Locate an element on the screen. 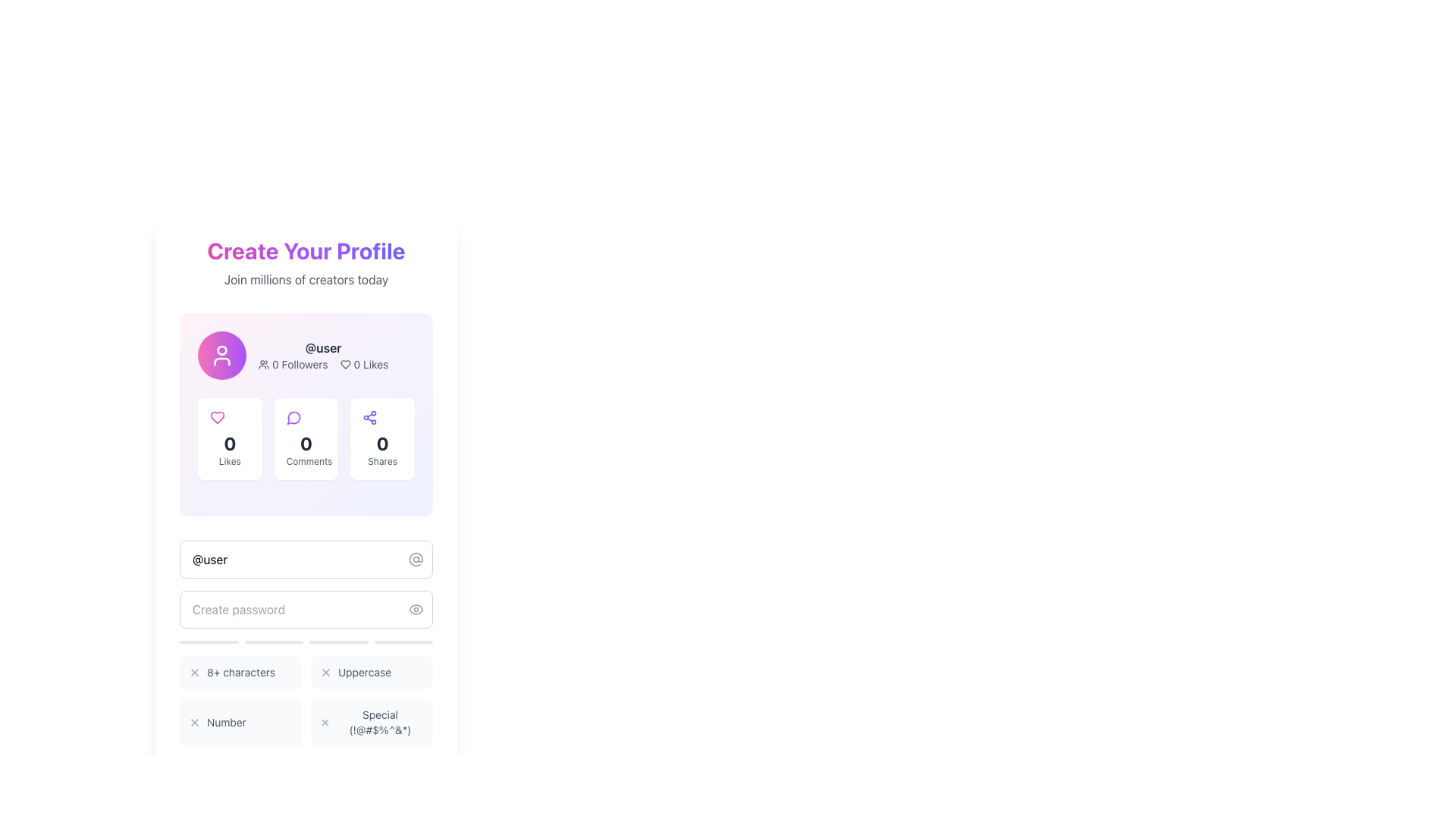 This screenshot has height=819, width=1456. the share icon located at the top-right corner of the '0 Shares' box, beneath the '@user' section, by clicking on it if it is functional is located at coordinates (370, 418).